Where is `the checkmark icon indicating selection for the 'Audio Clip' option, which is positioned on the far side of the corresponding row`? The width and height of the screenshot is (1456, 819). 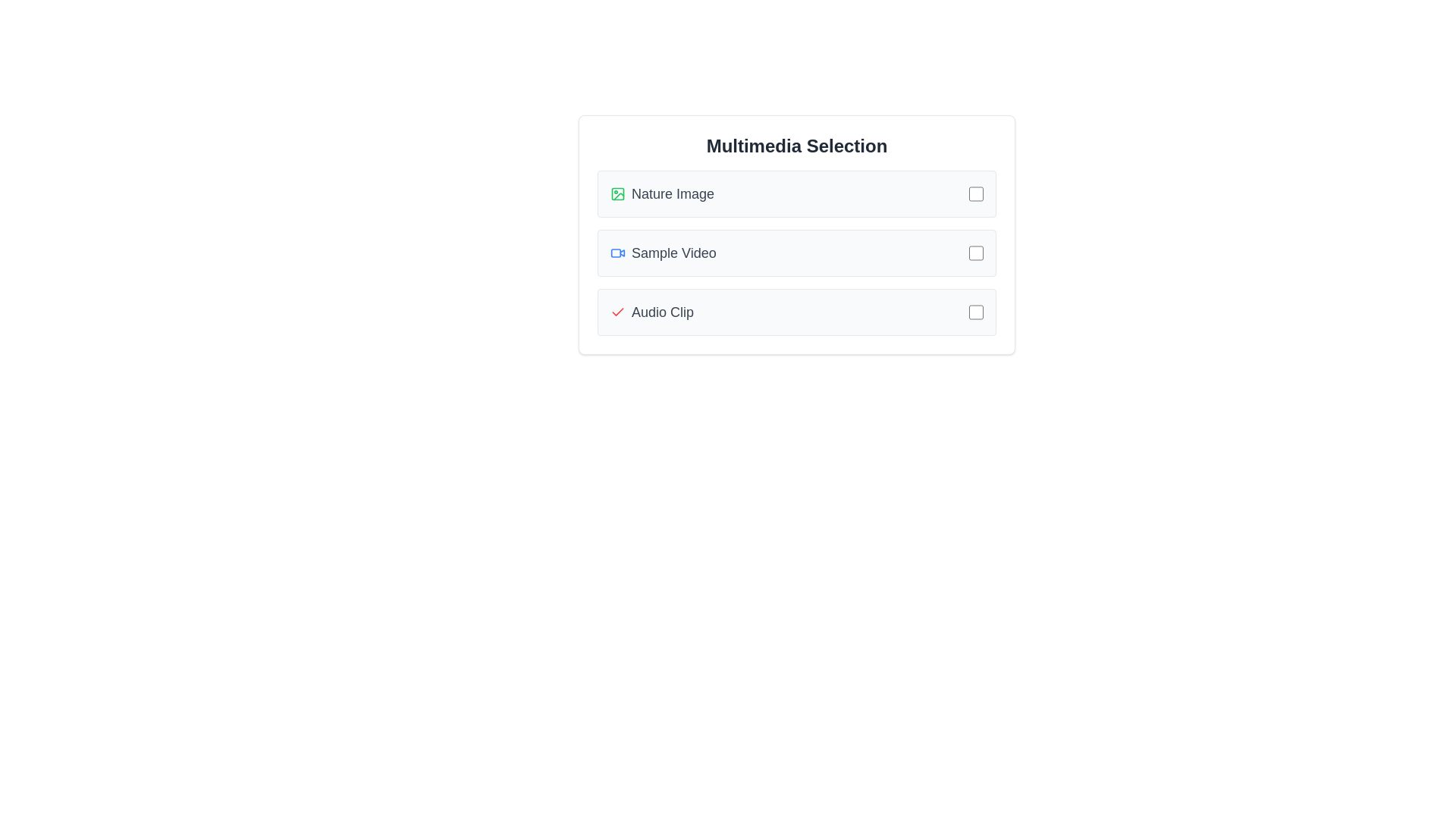 the checkmark icon indicating selection for the 'Audio Clip' option, which is positioned on the far side of the corresponding row is located at coordinates (618, 311).